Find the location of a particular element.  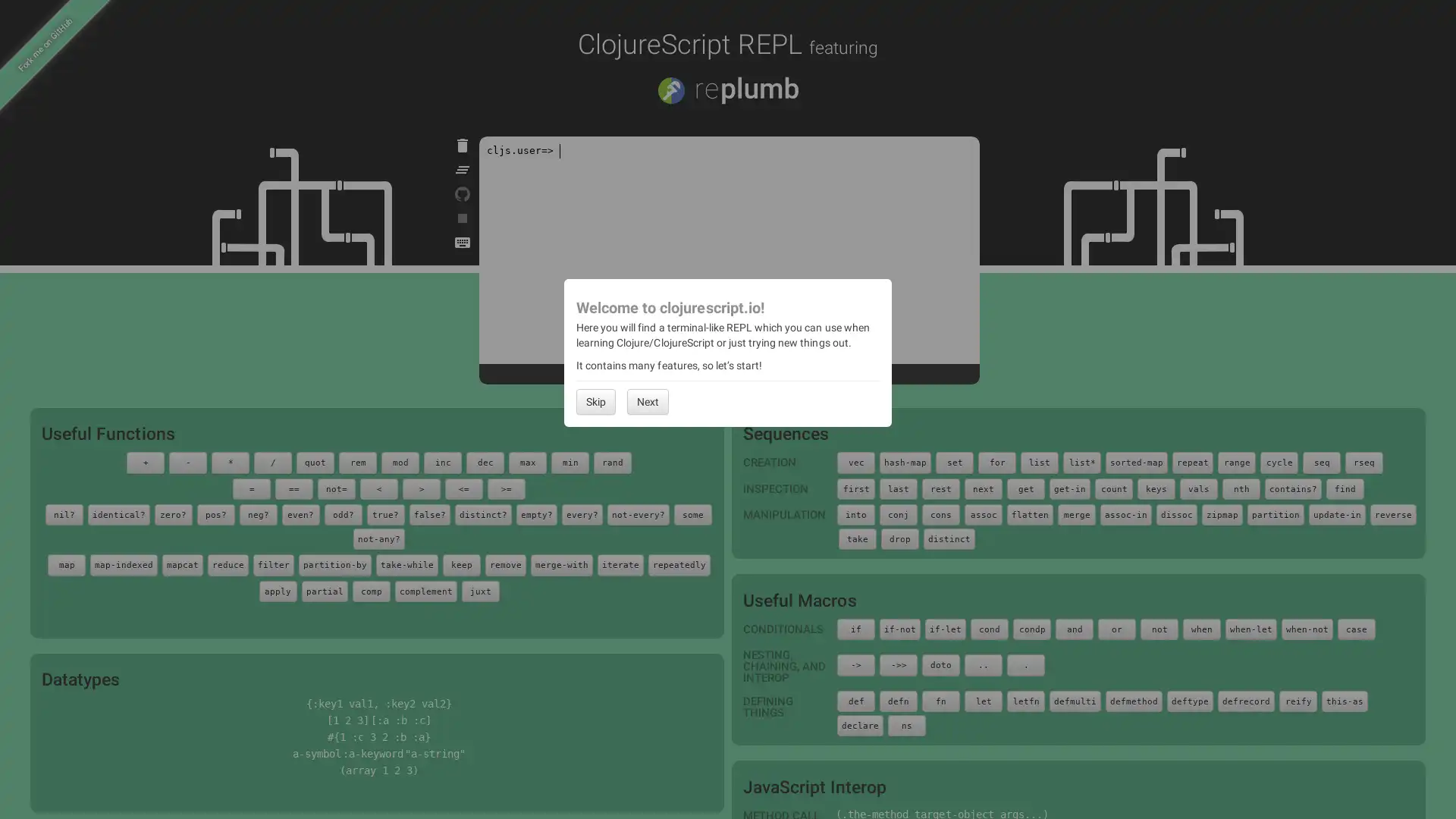

when is located at coordinates (1200, 629).